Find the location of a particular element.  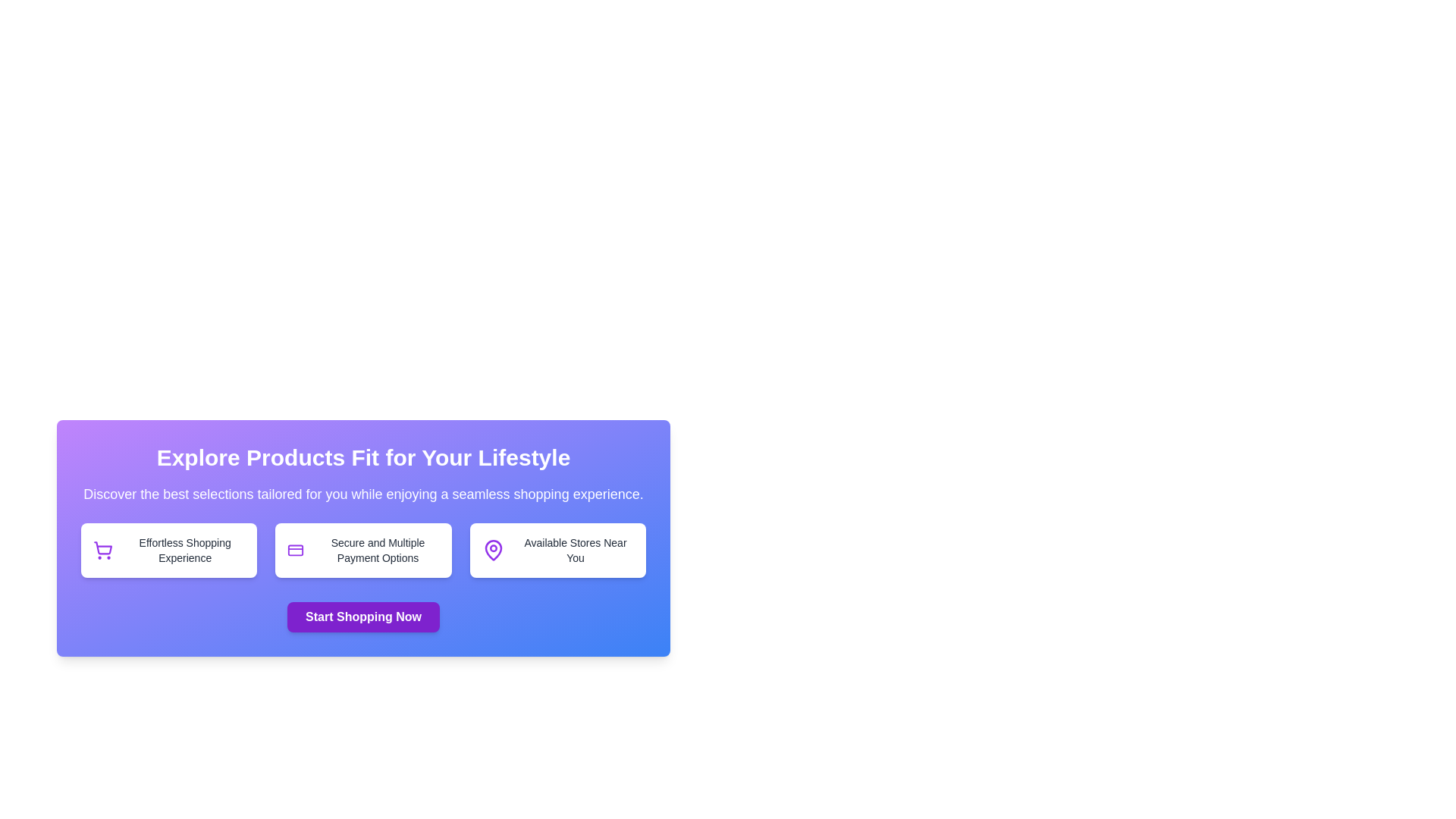

the credit card icon styled in purple, located within the 'Secure and Multiple Payment Options' box, positioned between the 'Effortless Shopping Experience' and 'Available Stores Near You' icons is located at coordinates (296, 550).